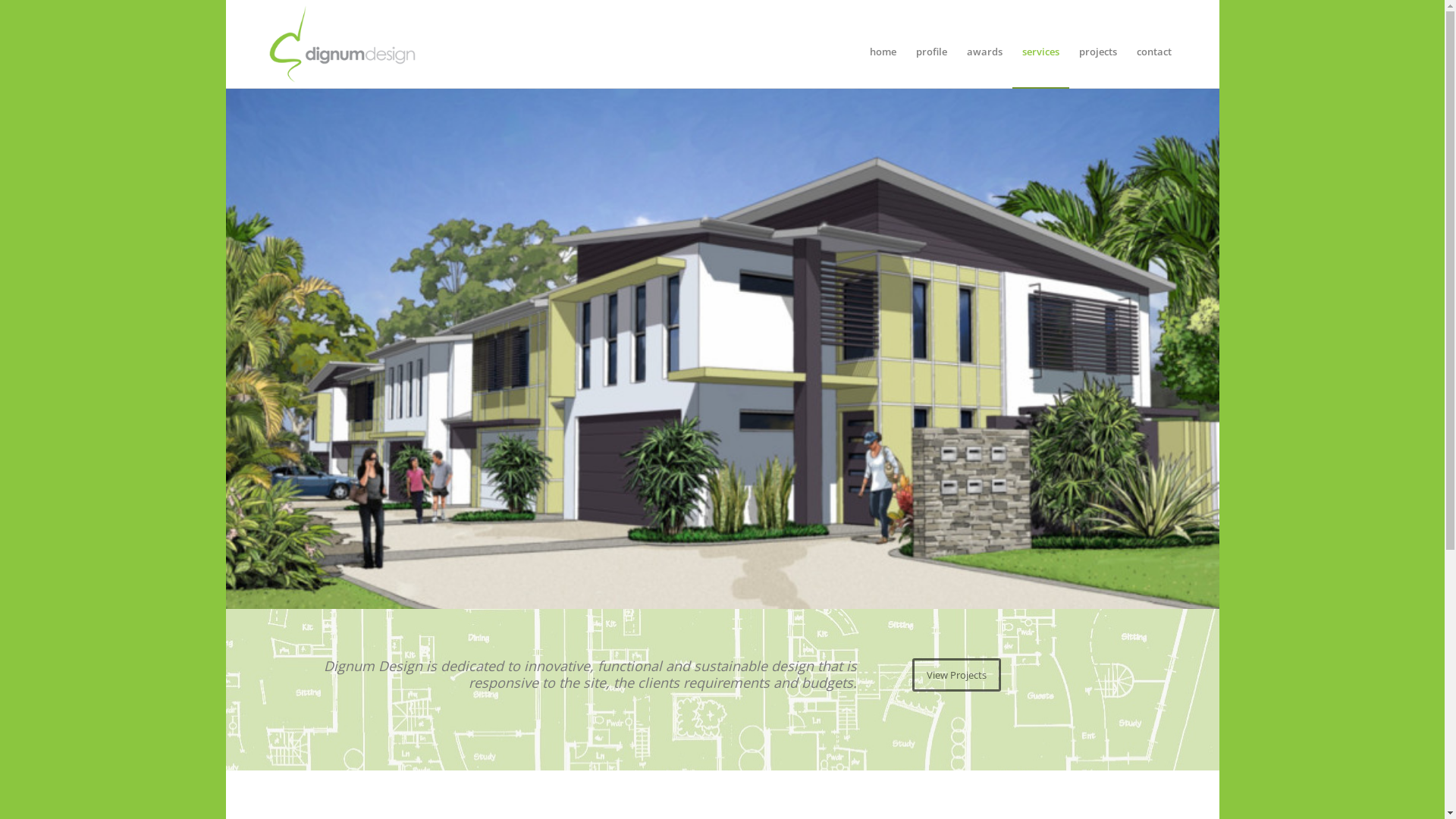  I want to click on 'services', so click(1039, 42).